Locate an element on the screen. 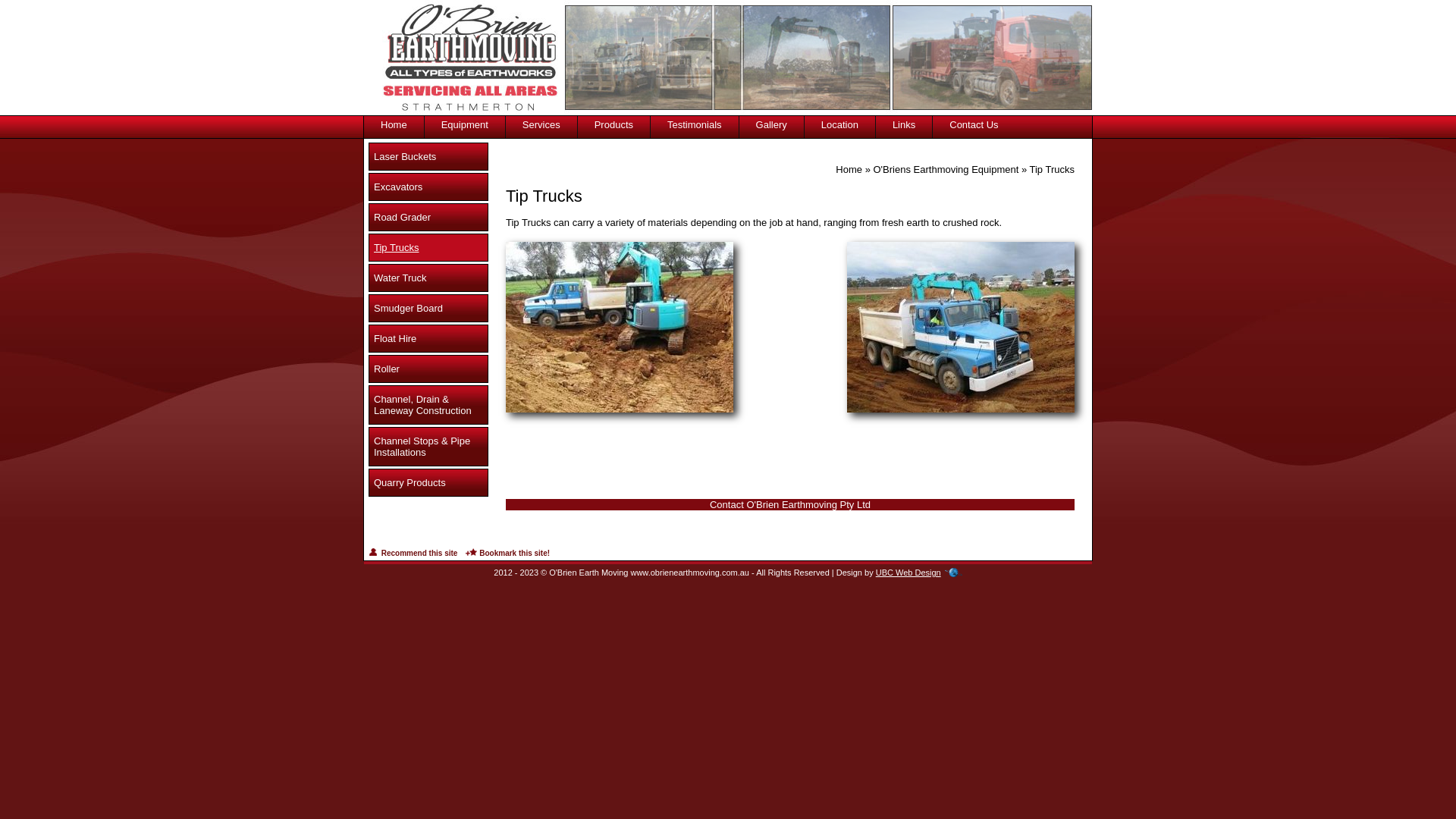  'O'Briens Earthmoving Equipment' is located at coordinates (874, 169).